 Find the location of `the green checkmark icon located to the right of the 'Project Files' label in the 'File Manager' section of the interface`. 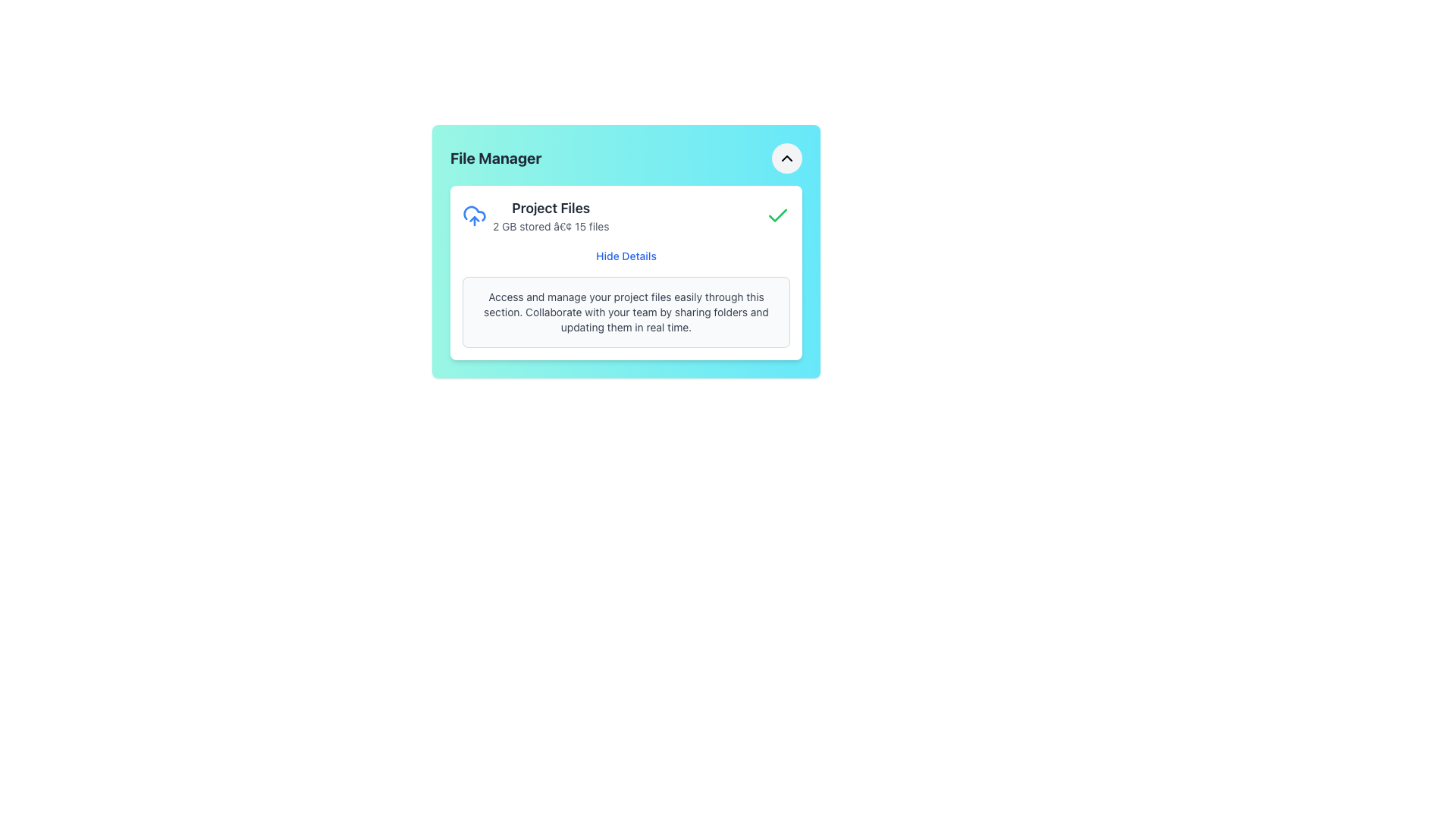

the green checkmark icon located to the right of the 'Project Files' label in the 'File Manager' section of the interface is located at coordinates (778, 215).